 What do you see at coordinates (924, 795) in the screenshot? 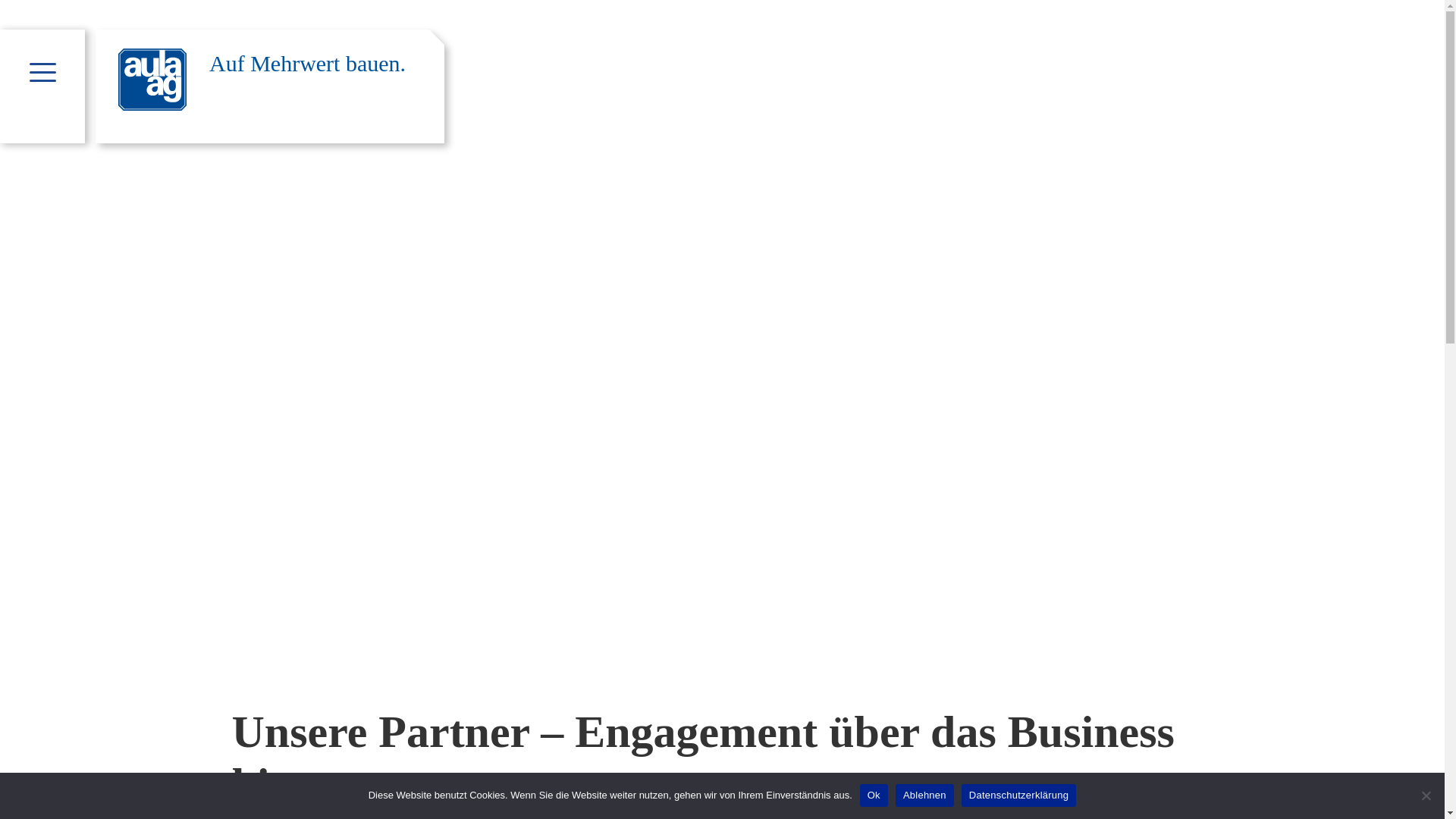
I see `'Ablehnen'` at bounding box center [924, 795].